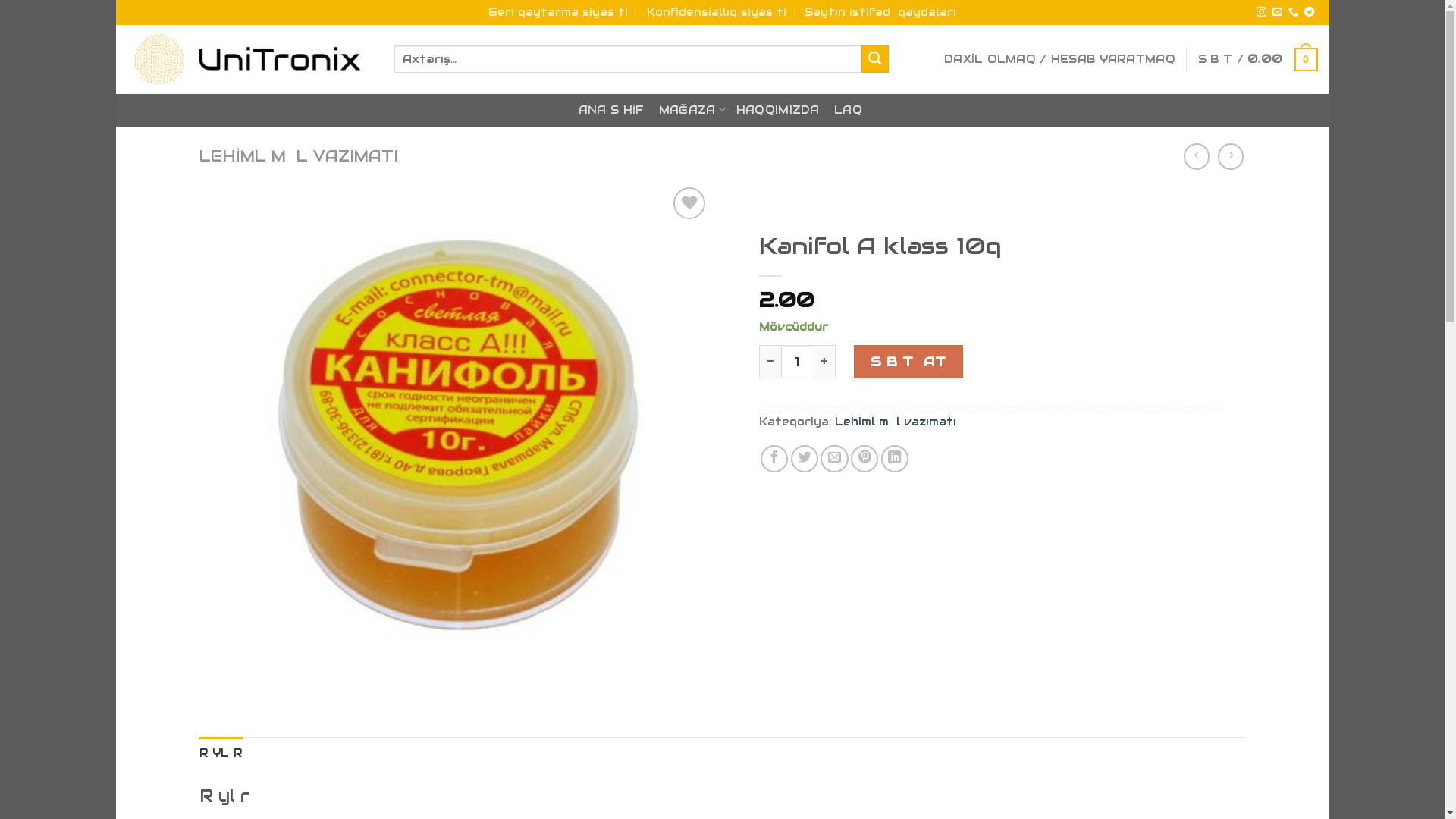 This screenshot has height=819, width=1456. What do you see at coordinates (1059, 58) in the screenshot?
I see `'DAXIL OLMAQ / HESAB YARATMAQ'` at bounding box center [1059, 58].